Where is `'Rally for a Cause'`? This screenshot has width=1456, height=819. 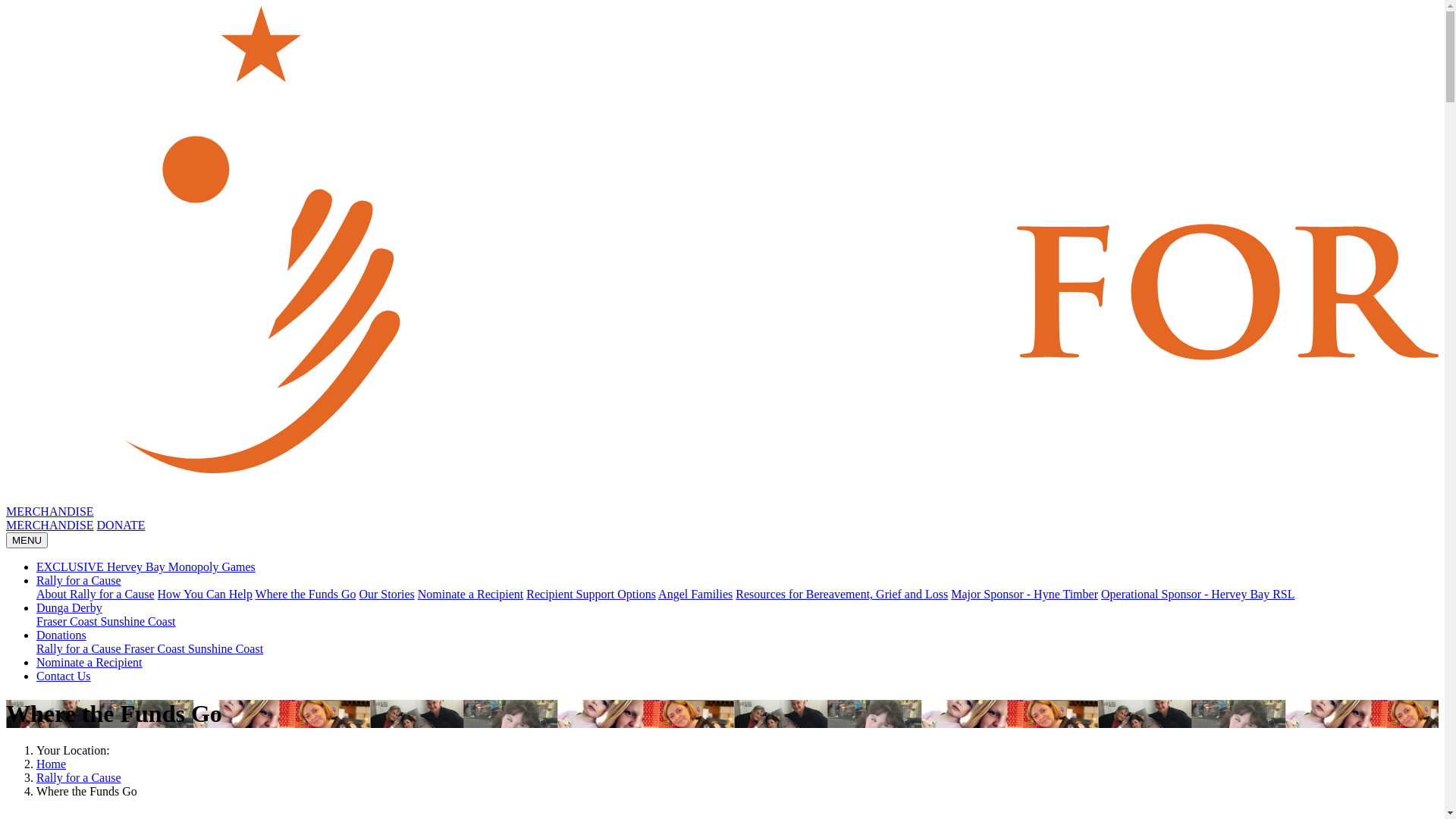 'Rally for a Cause' is located at coordinates (78, 777).